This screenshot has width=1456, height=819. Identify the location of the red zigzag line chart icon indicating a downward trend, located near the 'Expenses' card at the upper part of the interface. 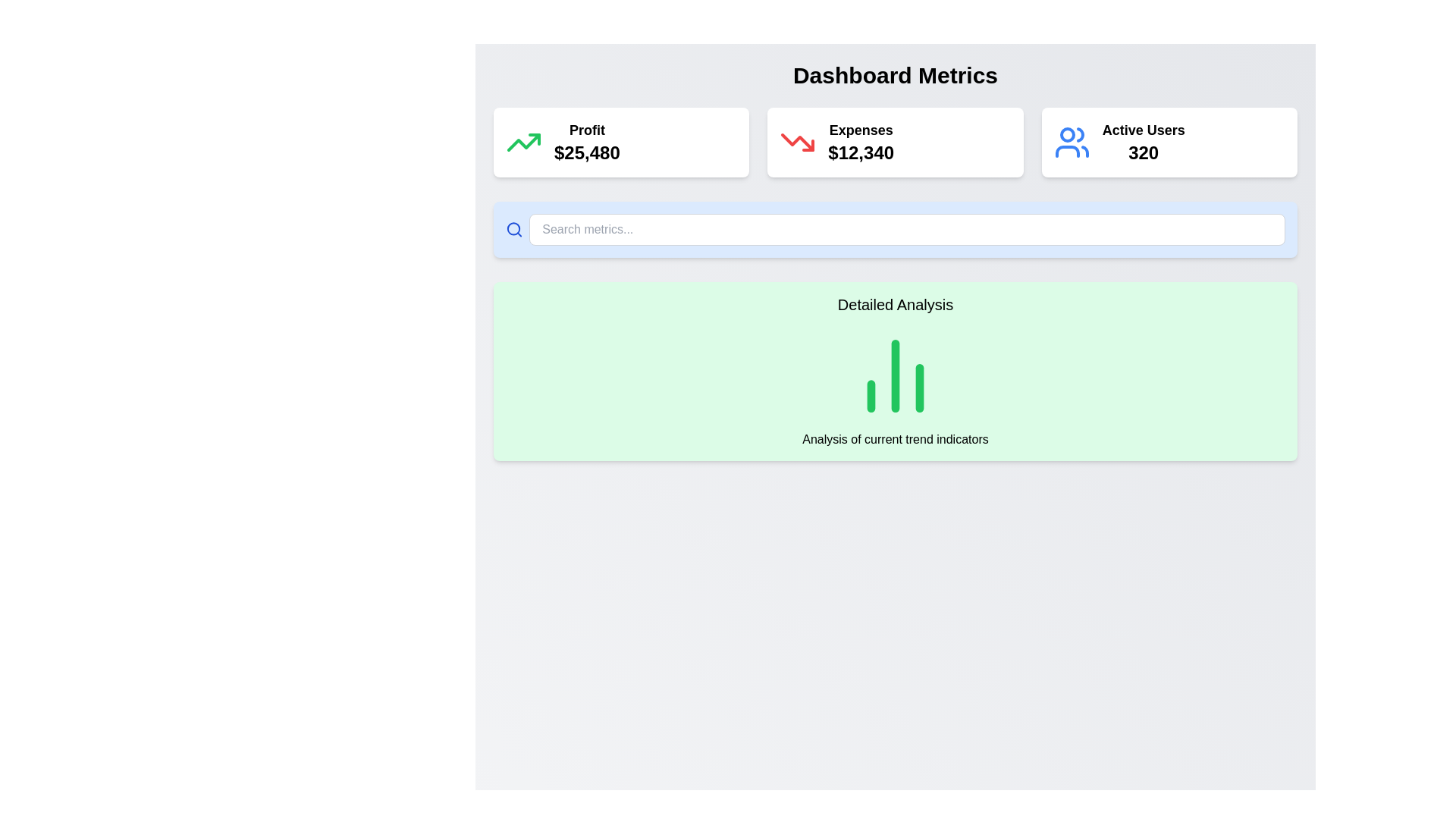
(797, 143).